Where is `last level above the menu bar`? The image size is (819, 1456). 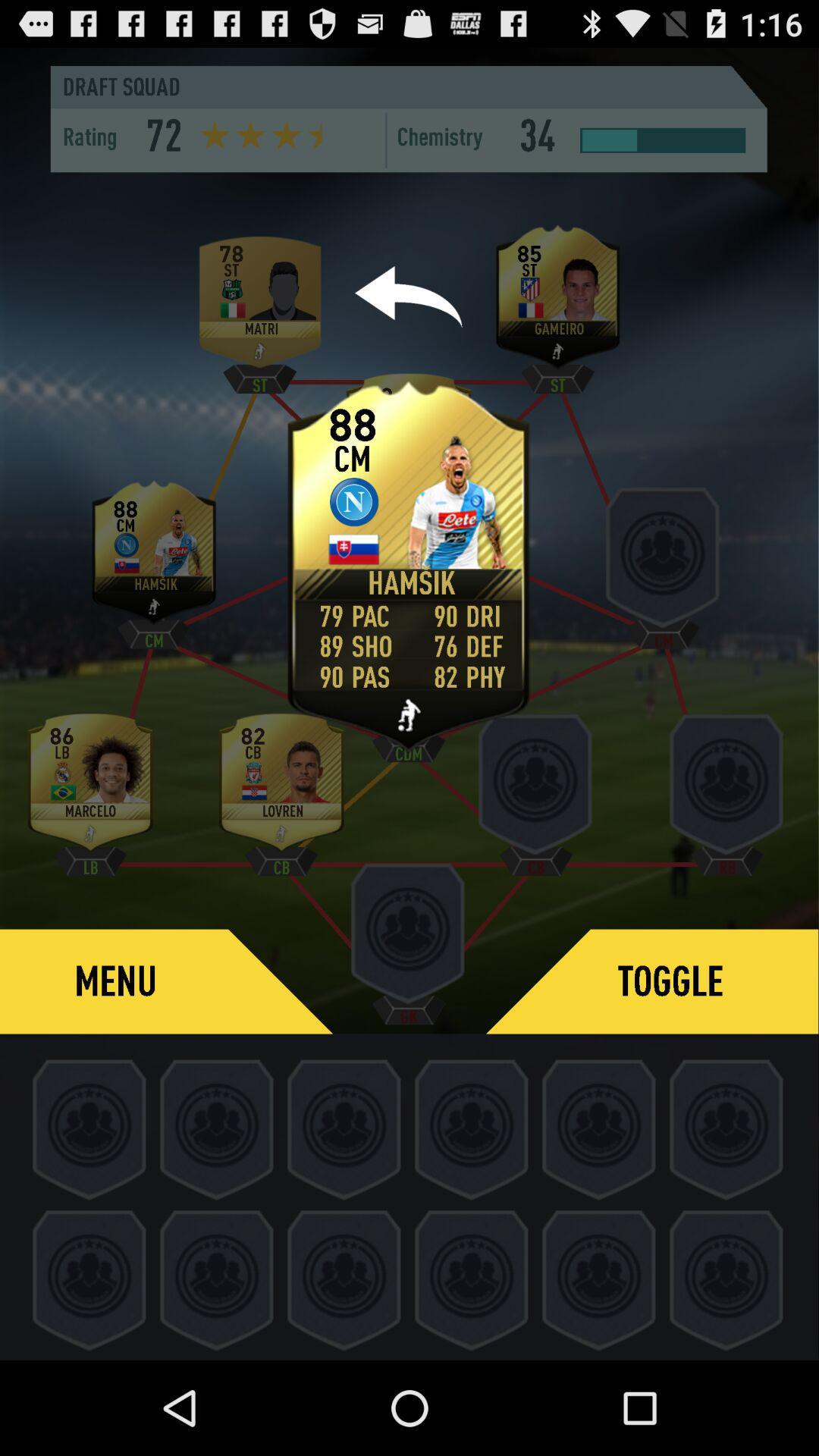 last level above the menu bar is located at coordinates (281, 785).